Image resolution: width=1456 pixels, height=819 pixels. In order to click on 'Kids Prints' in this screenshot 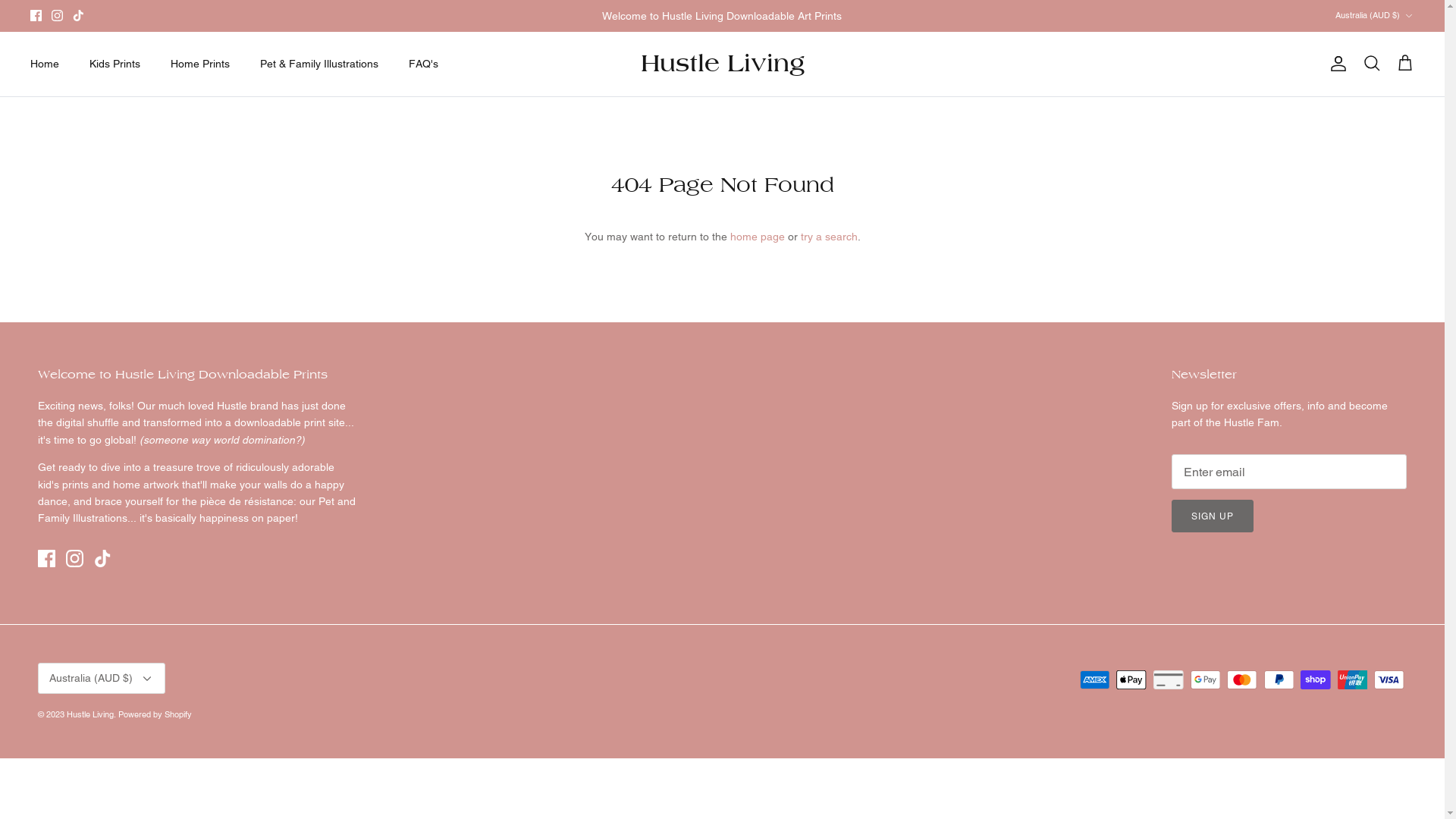, I will do `click(114, 63)`.